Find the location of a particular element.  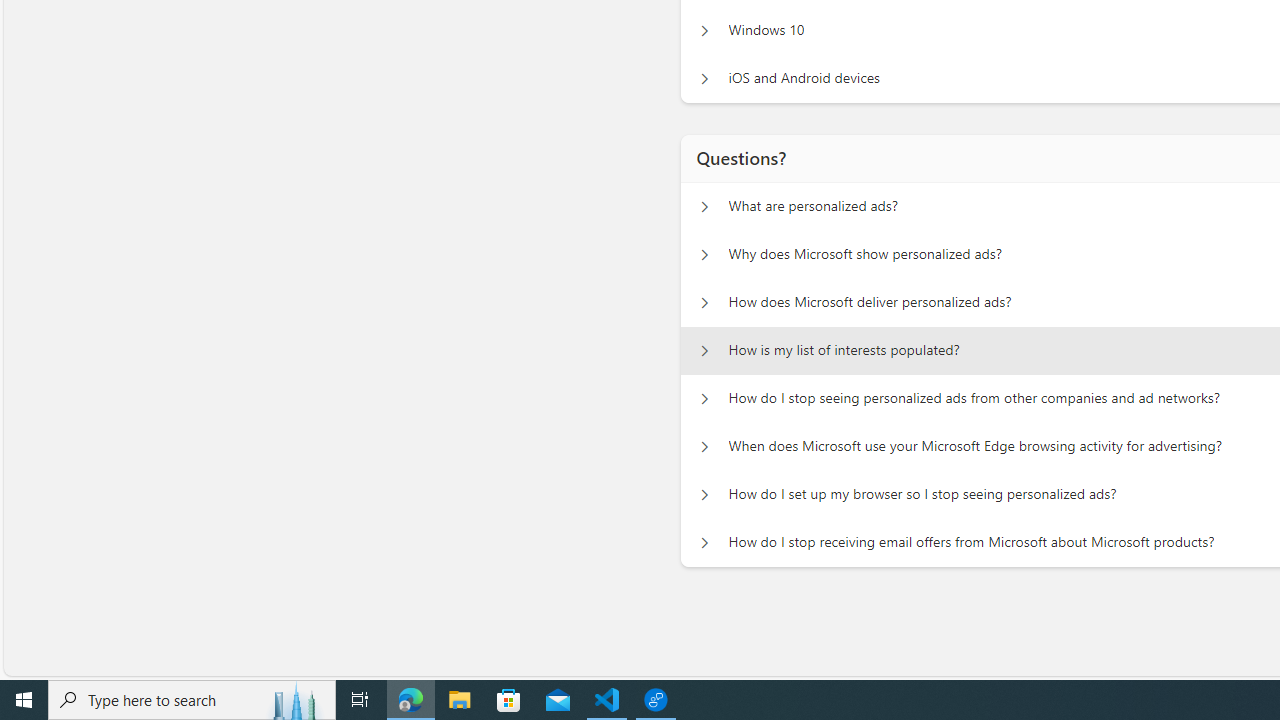

'Questions? How is my list of interests populated?' is located at coordinates (704, 350).